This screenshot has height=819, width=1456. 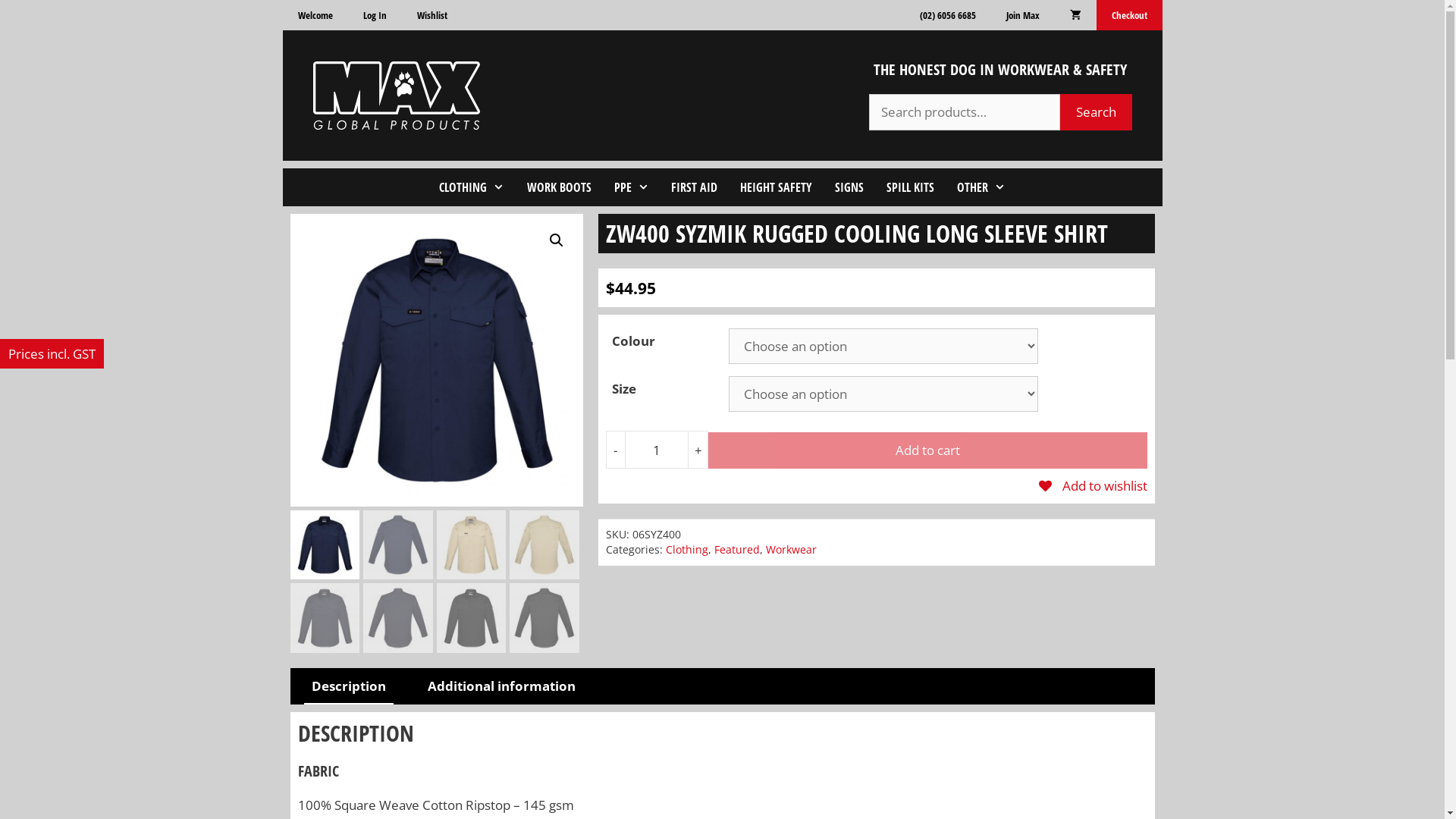 I want to click on 'Search', so click(x=1096, y=111).